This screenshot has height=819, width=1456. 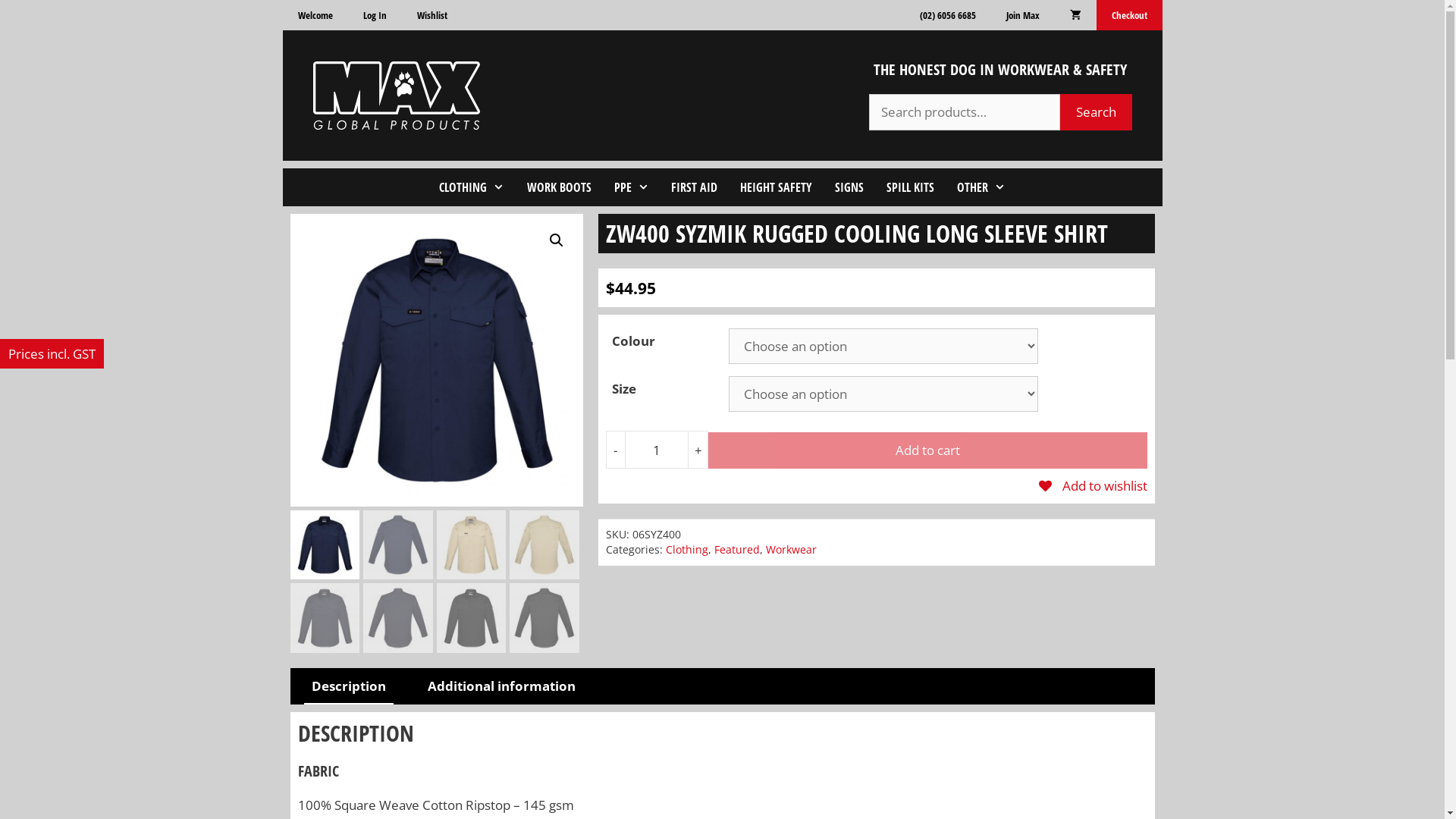 I want to click on 'Search', so click(x=1096, y=111).